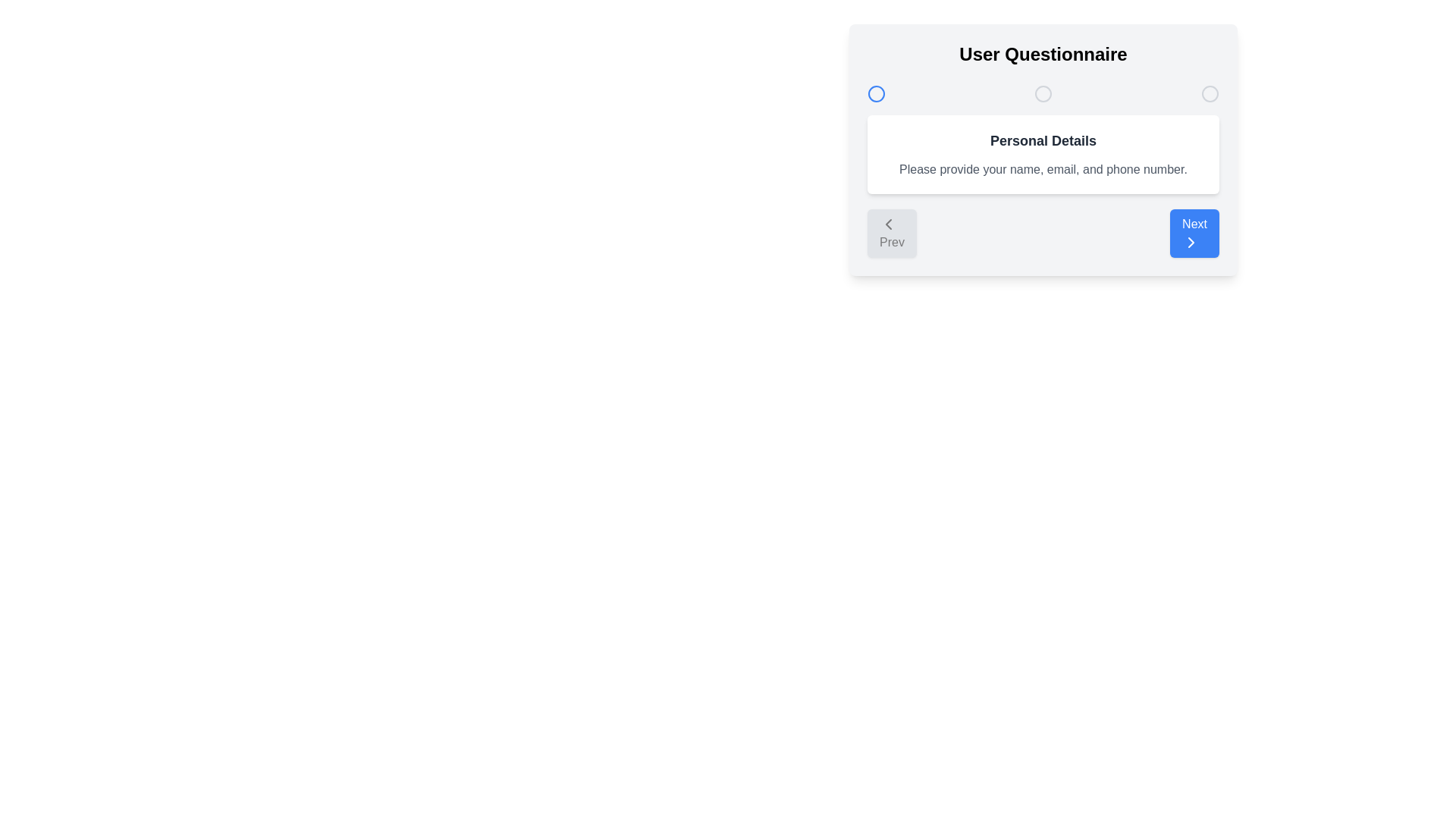 Image resolution: width=1456 pixels, height=819 pixels. What do you see at coordinates (1194, 234) in the screenshot?
I see `the Next button to navigate the questionnaire` at bounding box center [1194, 234].